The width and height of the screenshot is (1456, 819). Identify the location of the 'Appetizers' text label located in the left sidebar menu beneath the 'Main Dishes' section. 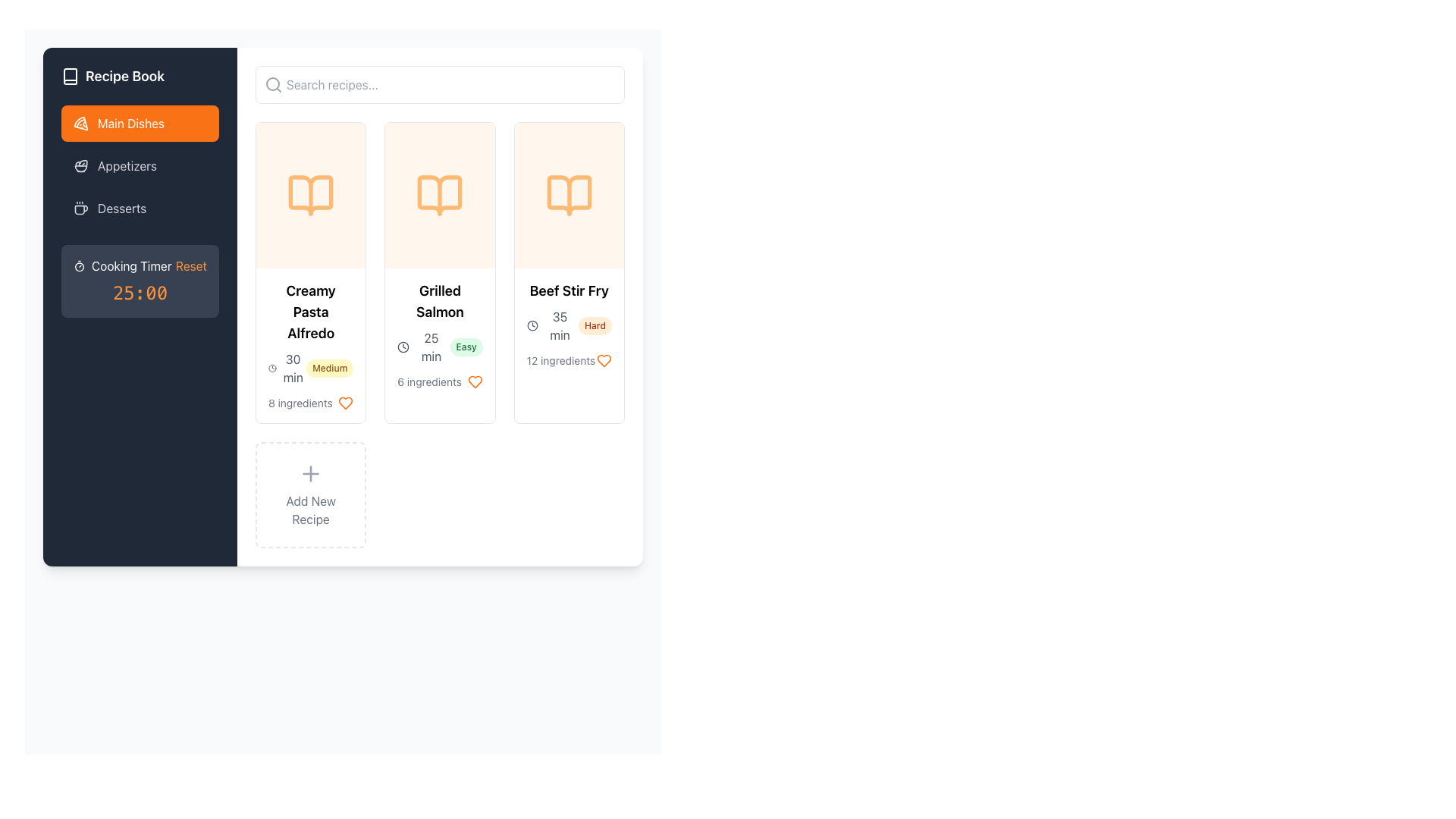
(127, 166).